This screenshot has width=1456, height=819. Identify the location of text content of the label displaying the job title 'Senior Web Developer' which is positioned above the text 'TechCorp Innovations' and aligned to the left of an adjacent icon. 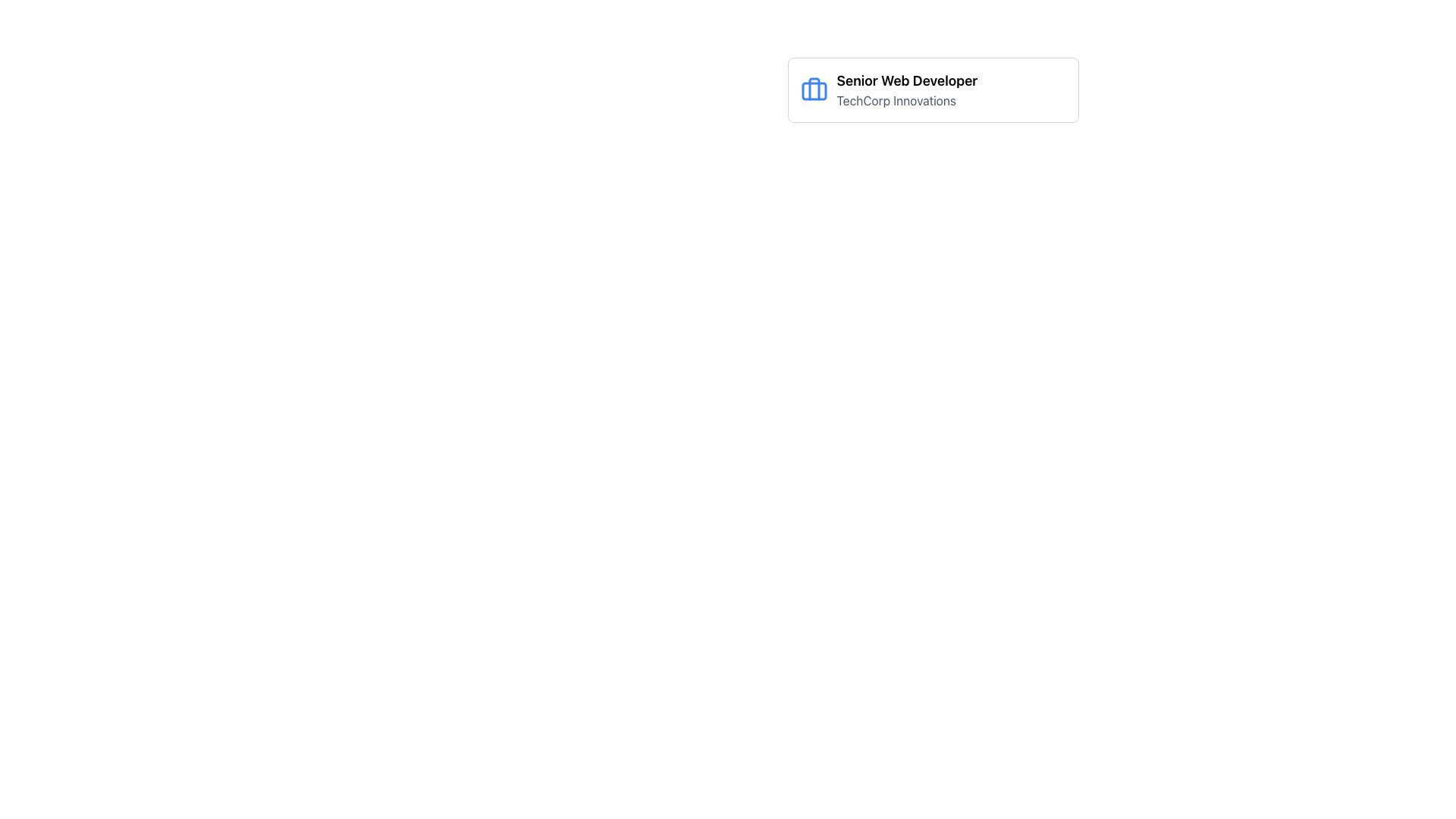
(907, 81).